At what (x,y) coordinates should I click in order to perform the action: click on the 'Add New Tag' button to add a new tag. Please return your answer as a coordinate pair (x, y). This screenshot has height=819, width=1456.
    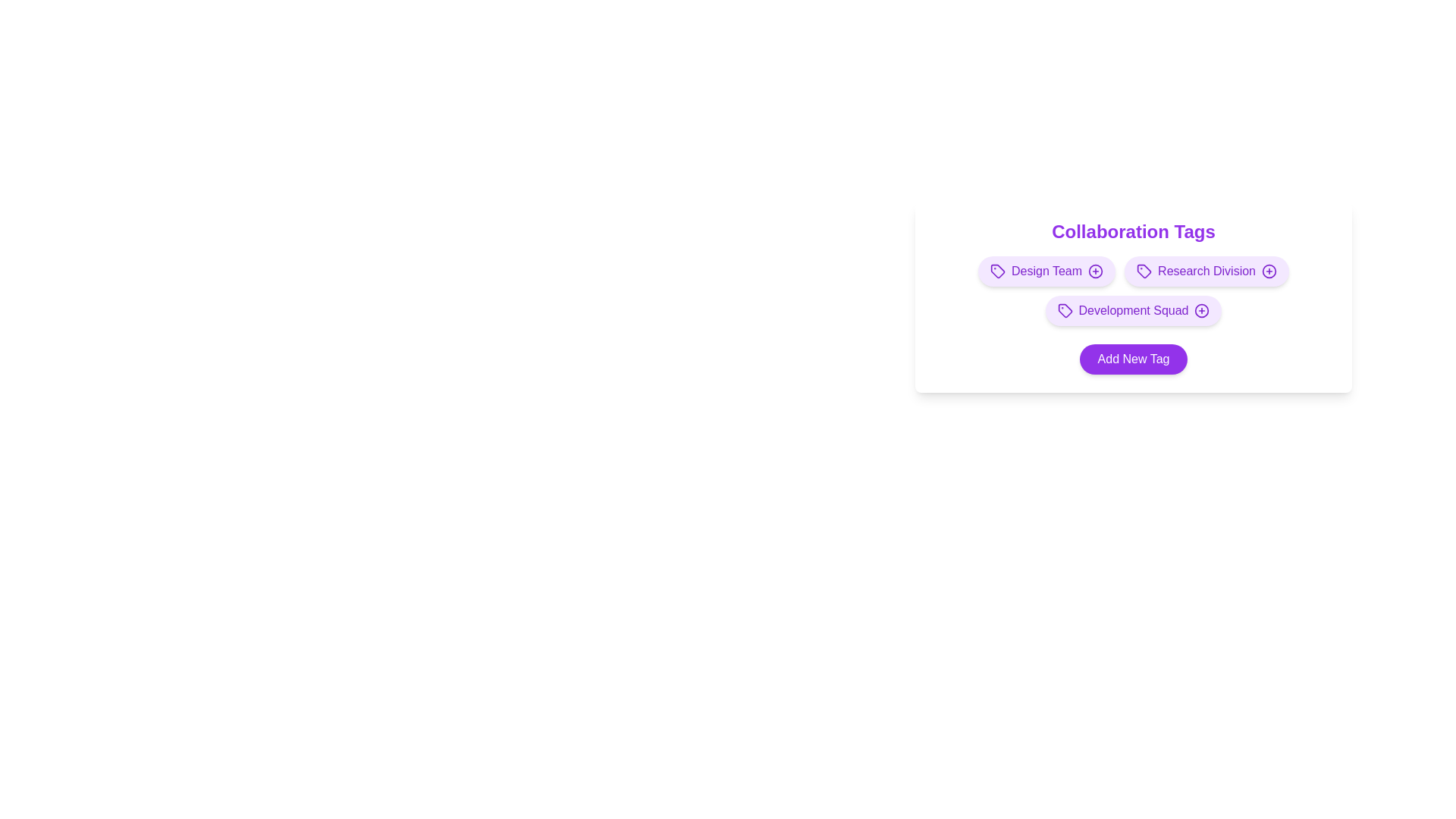
    Looking at the image, I should click on (1133, 359).